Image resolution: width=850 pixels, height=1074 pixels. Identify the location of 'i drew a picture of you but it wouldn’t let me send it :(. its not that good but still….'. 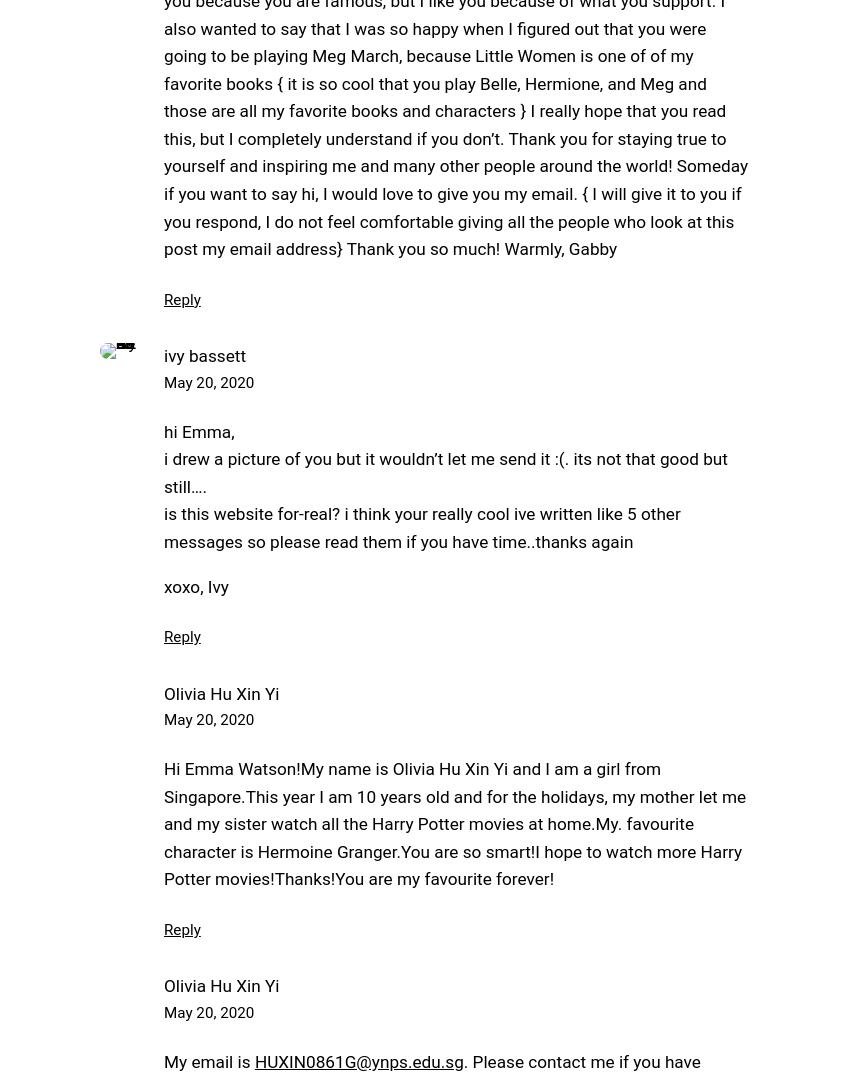
(444, 471).